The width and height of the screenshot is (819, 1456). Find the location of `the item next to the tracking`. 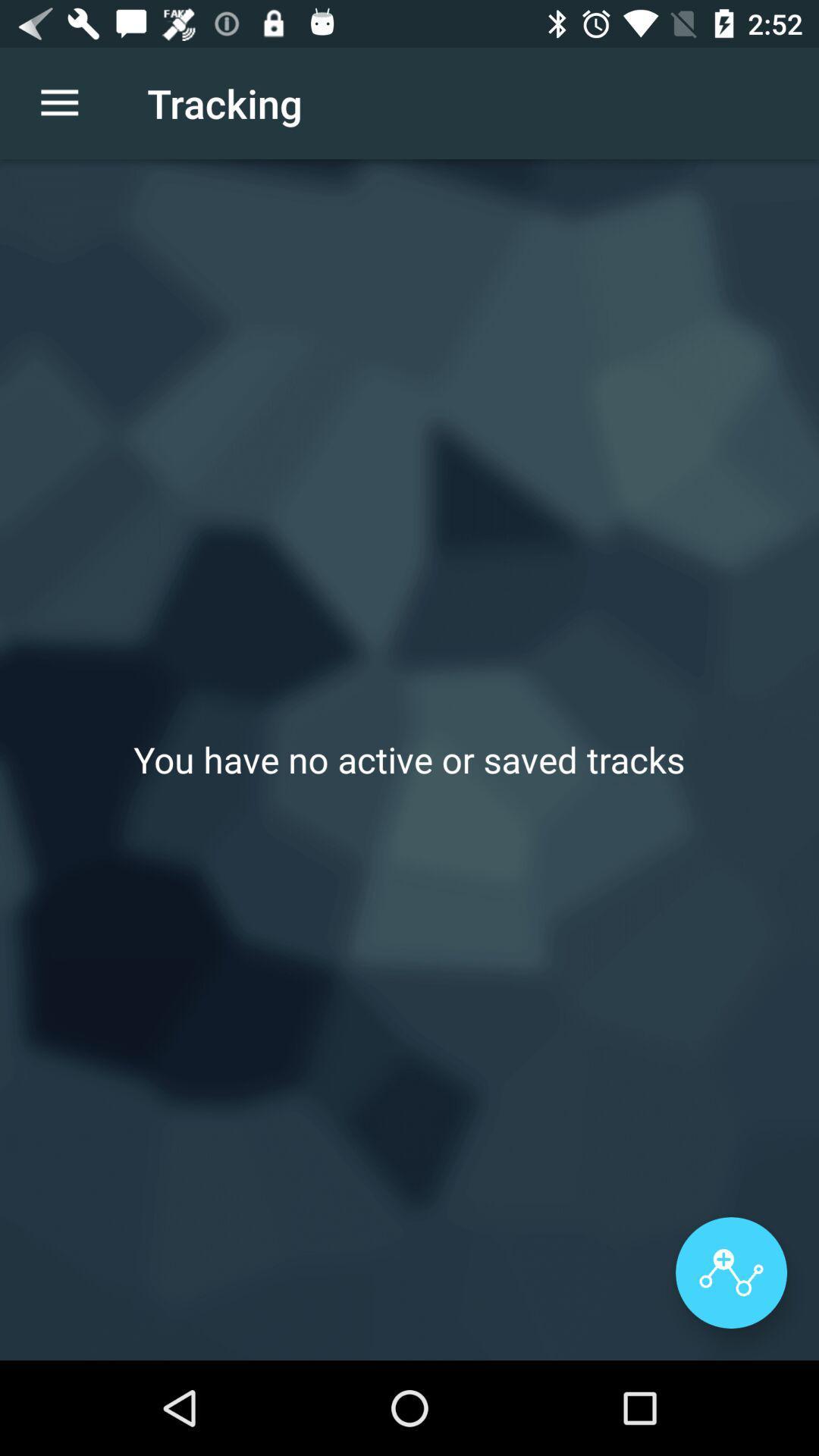

the item next to the tracking is located at coordinates (58, 102).